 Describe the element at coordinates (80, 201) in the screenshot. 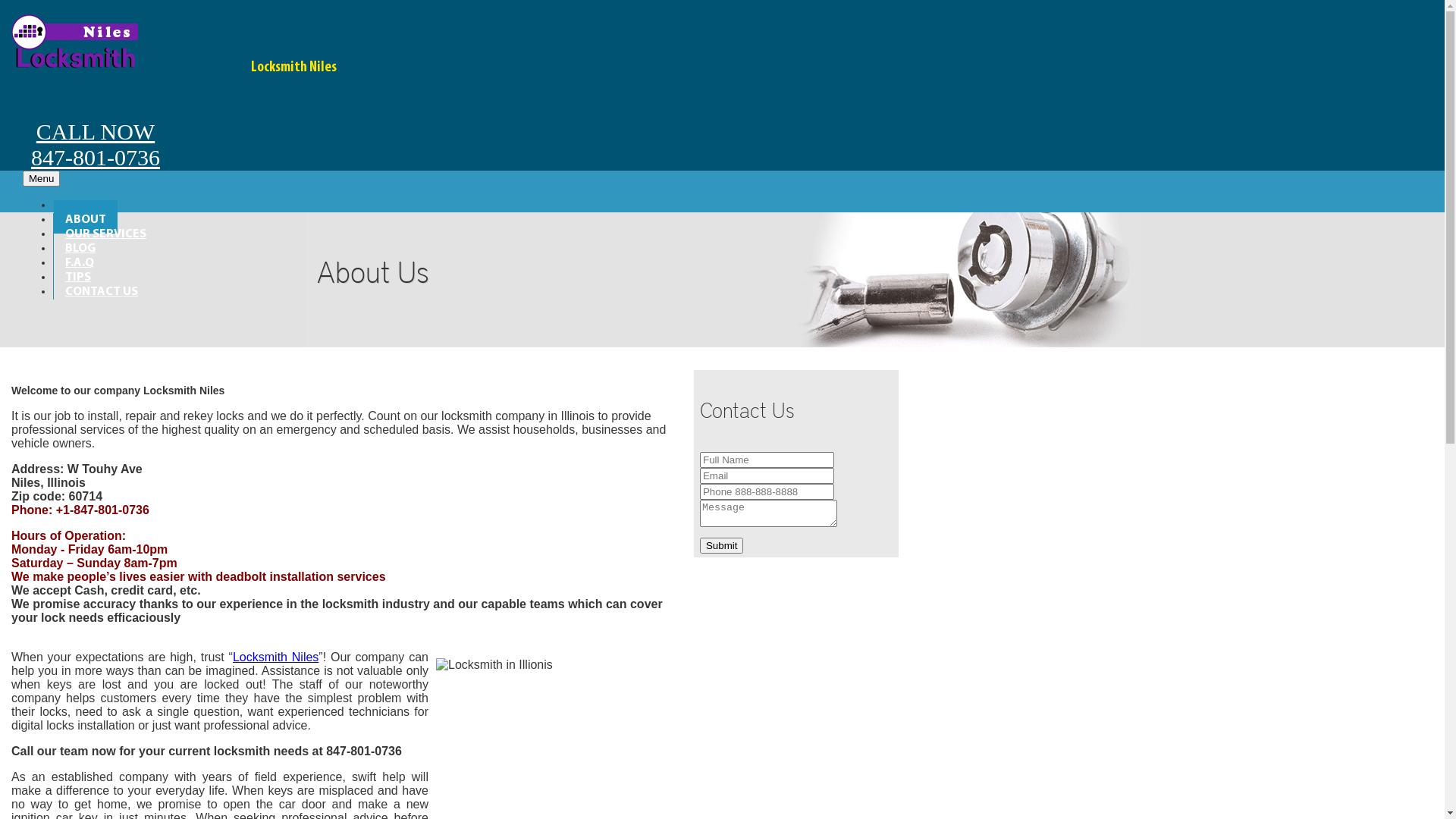

I see `'HOME'` at that location.